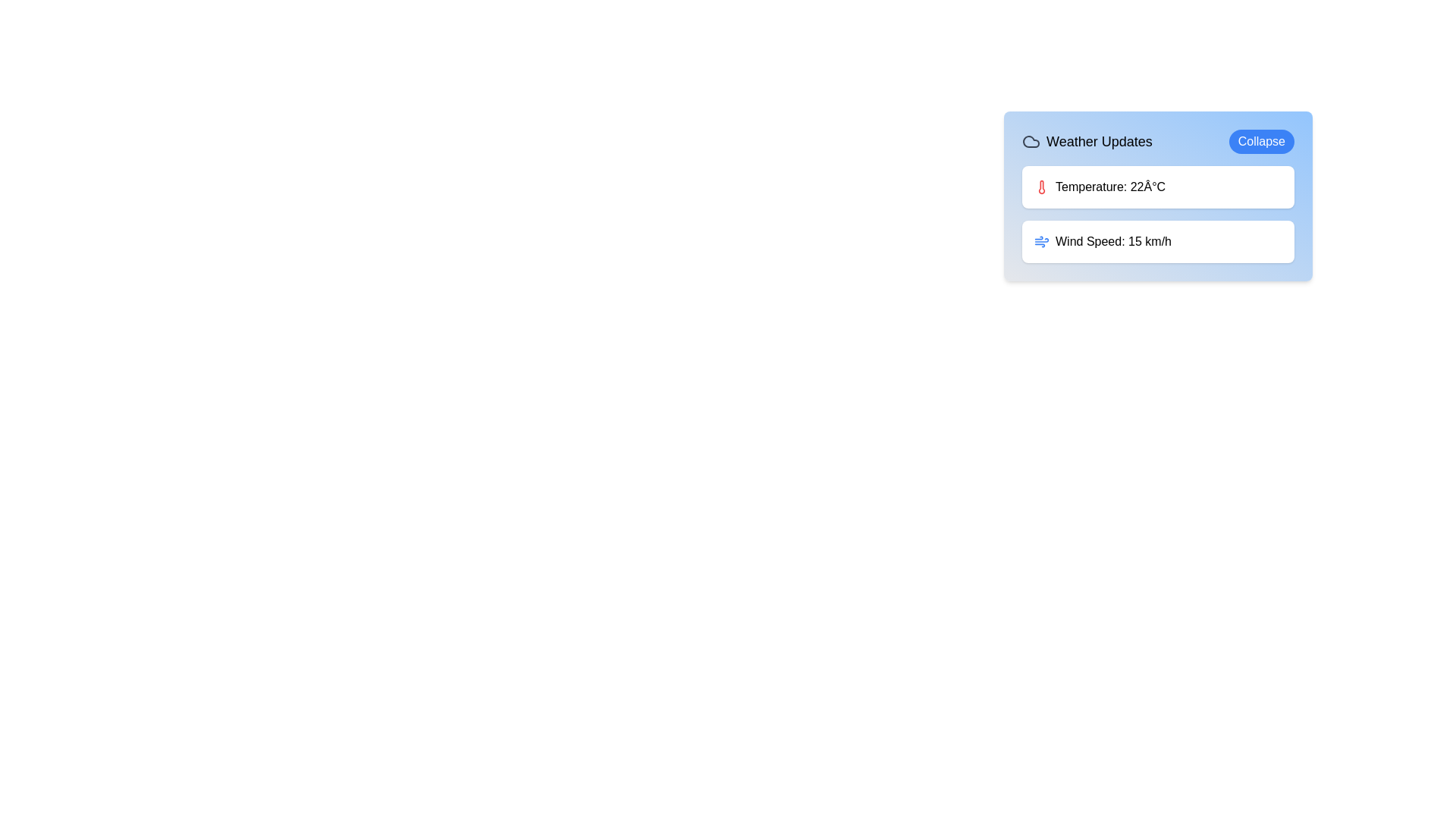  Describe the element at coordinates (1031, 141) in the screenshot. I see `the weather icon that visually represents weather-related information in the header of the weather updates section` at that location.